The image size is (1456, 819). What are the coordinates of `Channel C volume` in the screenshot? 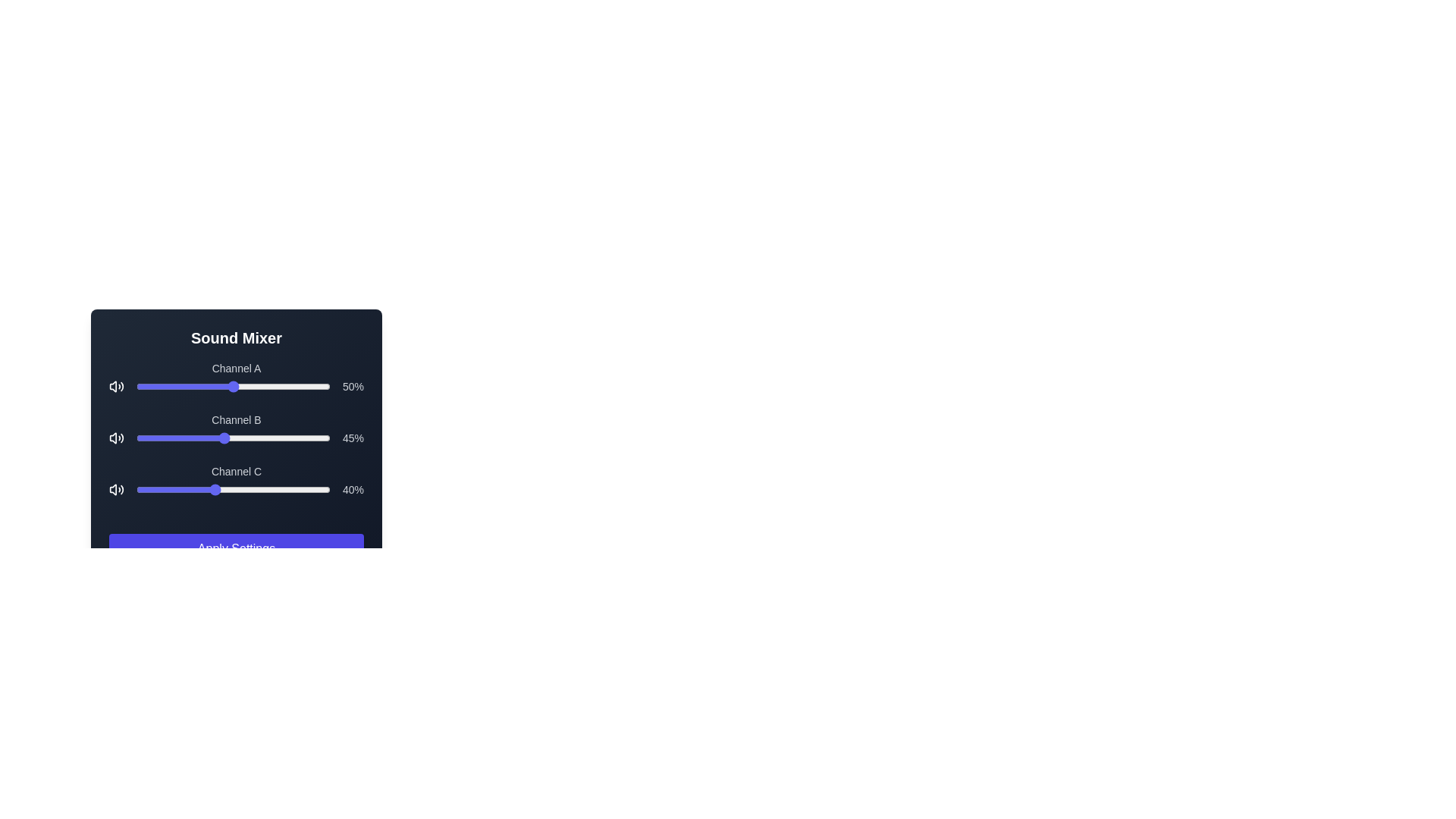 It's located at (318, 489).